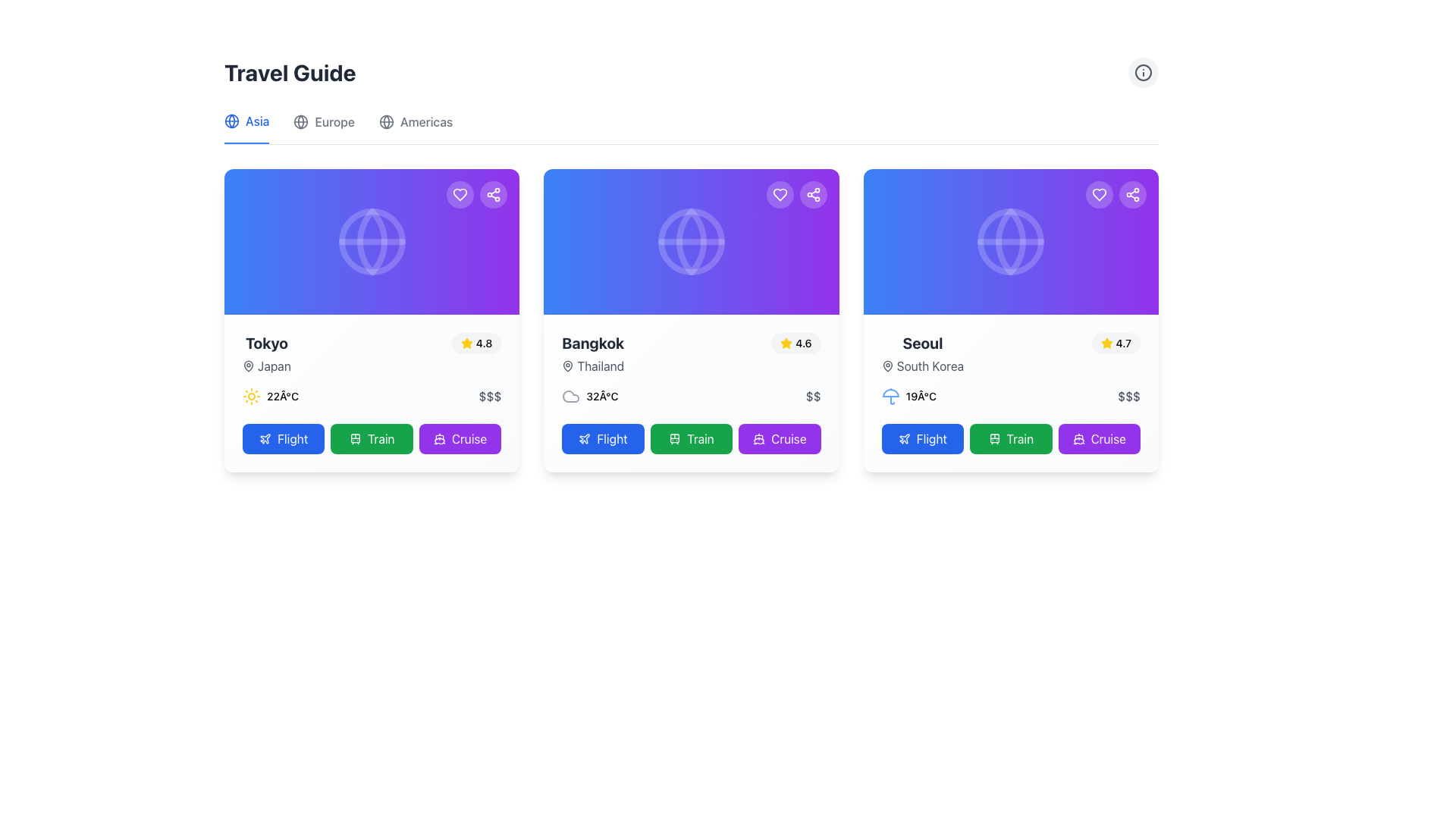  What do you see at coordinates (372, 241) in the screenshot?
I see `the thin oval-like graphical decorative element in the center of the 'Tokyo' card, which is part of a globe-like icon group` at bounding box center [372, 241].